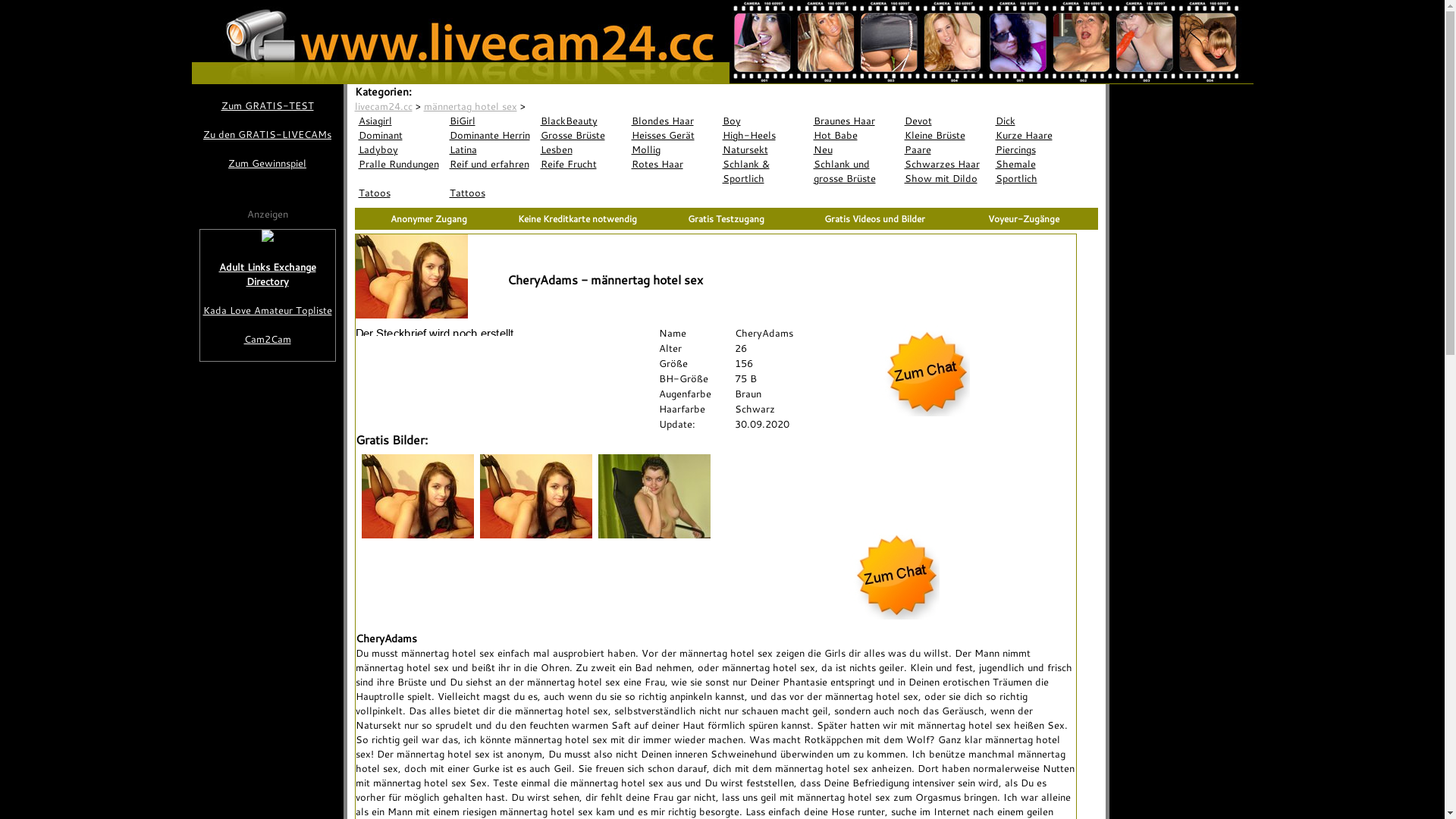  Describe the element at coordinates (266, 163) in the screenshot. I see `'Zum Gewinnspiel'` at that location.